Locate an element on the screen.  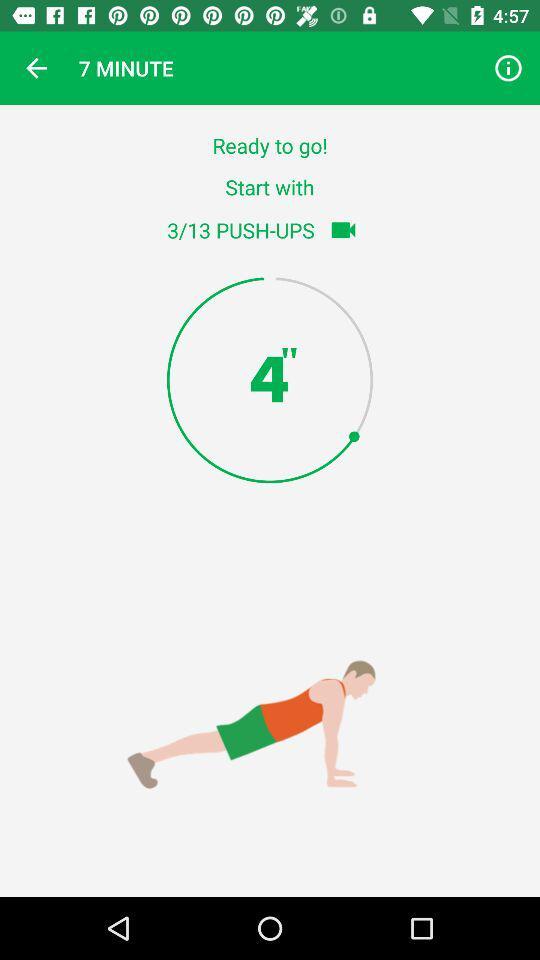
demonstration video is located at coordinates (342, 230).